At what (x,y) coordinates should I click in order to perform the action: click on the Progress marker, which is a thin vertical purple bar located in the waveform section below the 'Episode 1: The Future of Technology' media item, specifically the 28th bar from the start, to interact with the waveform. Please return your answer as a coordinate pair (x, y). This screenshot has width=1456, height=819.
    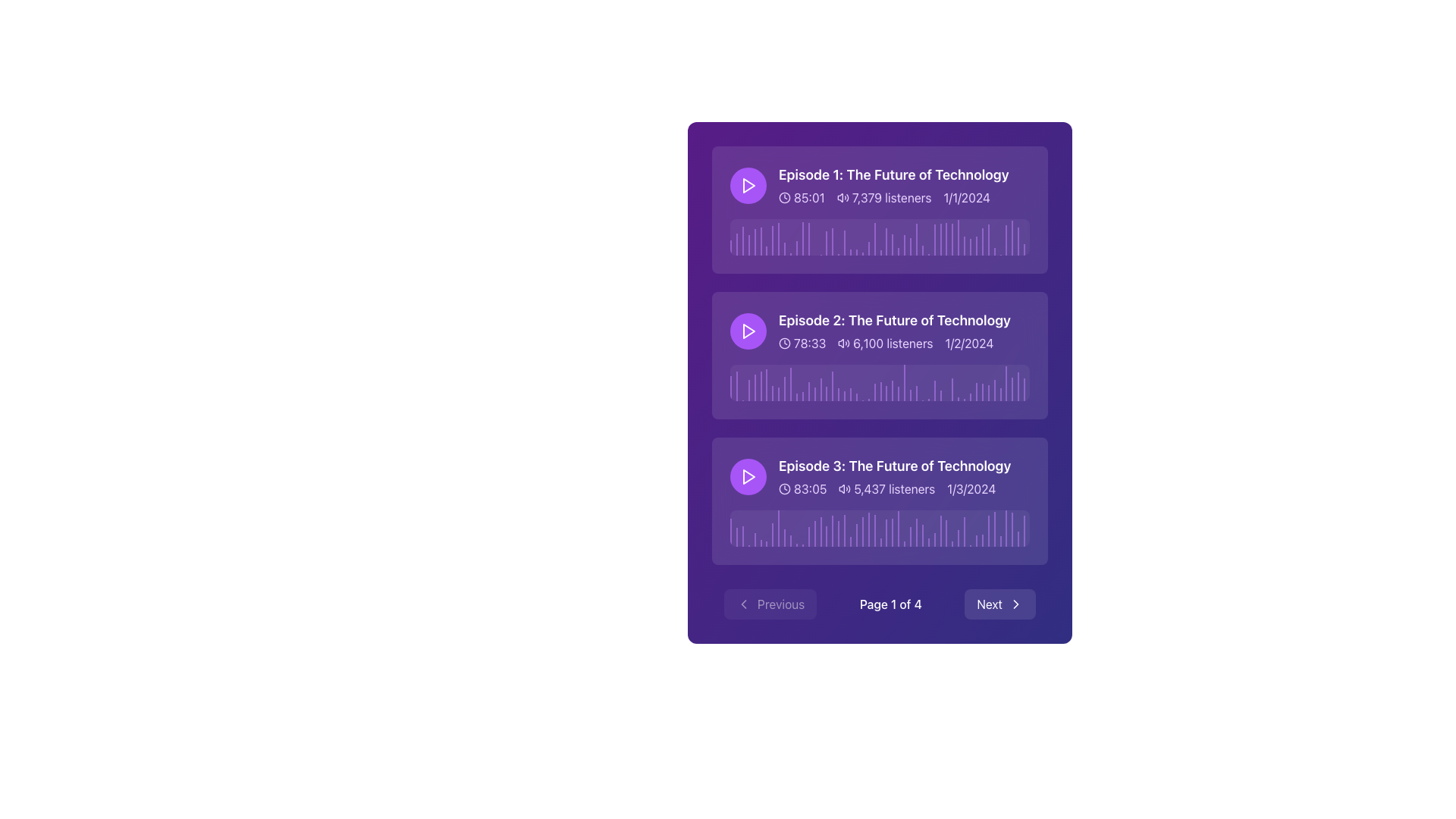
    Looking at the image, I should click on (893, 244).